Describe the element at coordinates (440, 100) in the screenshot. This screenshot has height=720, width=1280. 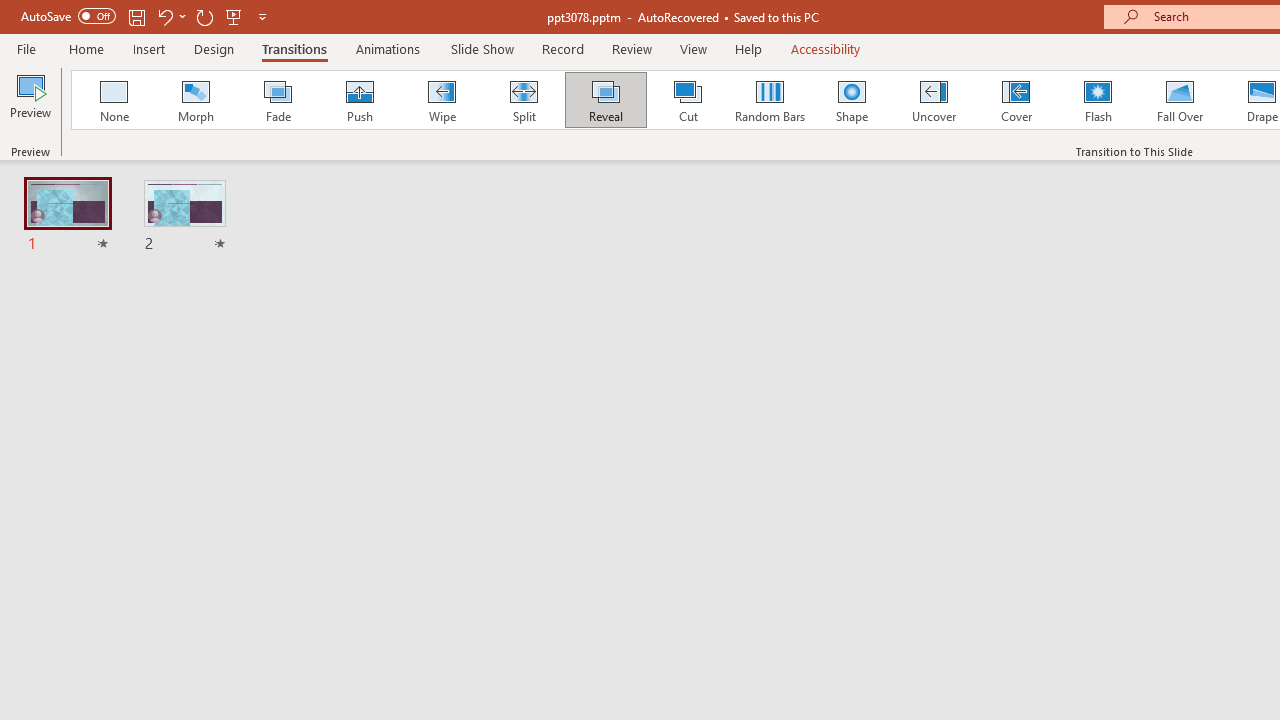
I see `'Wipe'` at that location.